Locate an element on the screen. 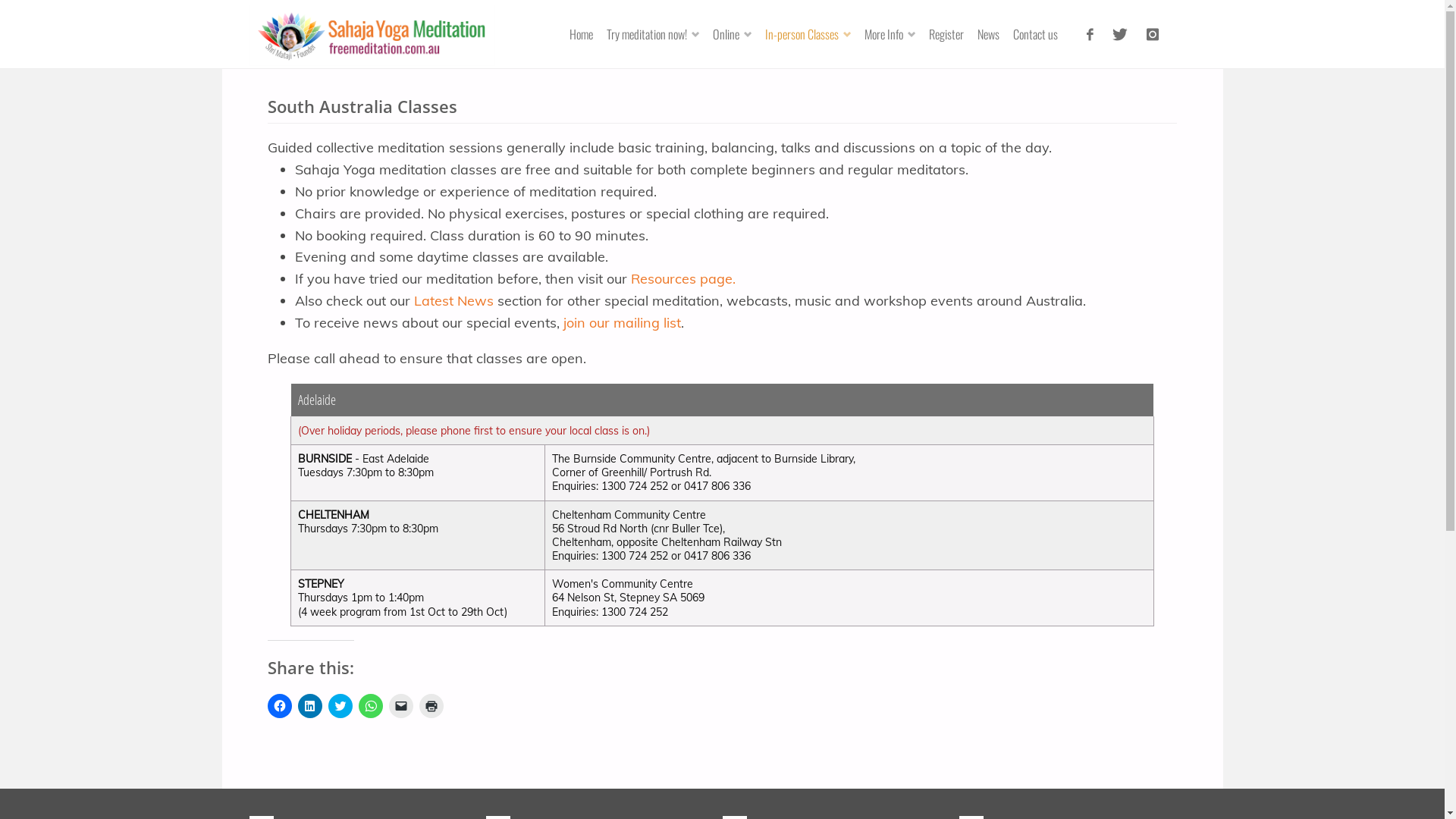  'Click to email a link to a friend (Opens in new window)' is located at coordinates (400, 705).